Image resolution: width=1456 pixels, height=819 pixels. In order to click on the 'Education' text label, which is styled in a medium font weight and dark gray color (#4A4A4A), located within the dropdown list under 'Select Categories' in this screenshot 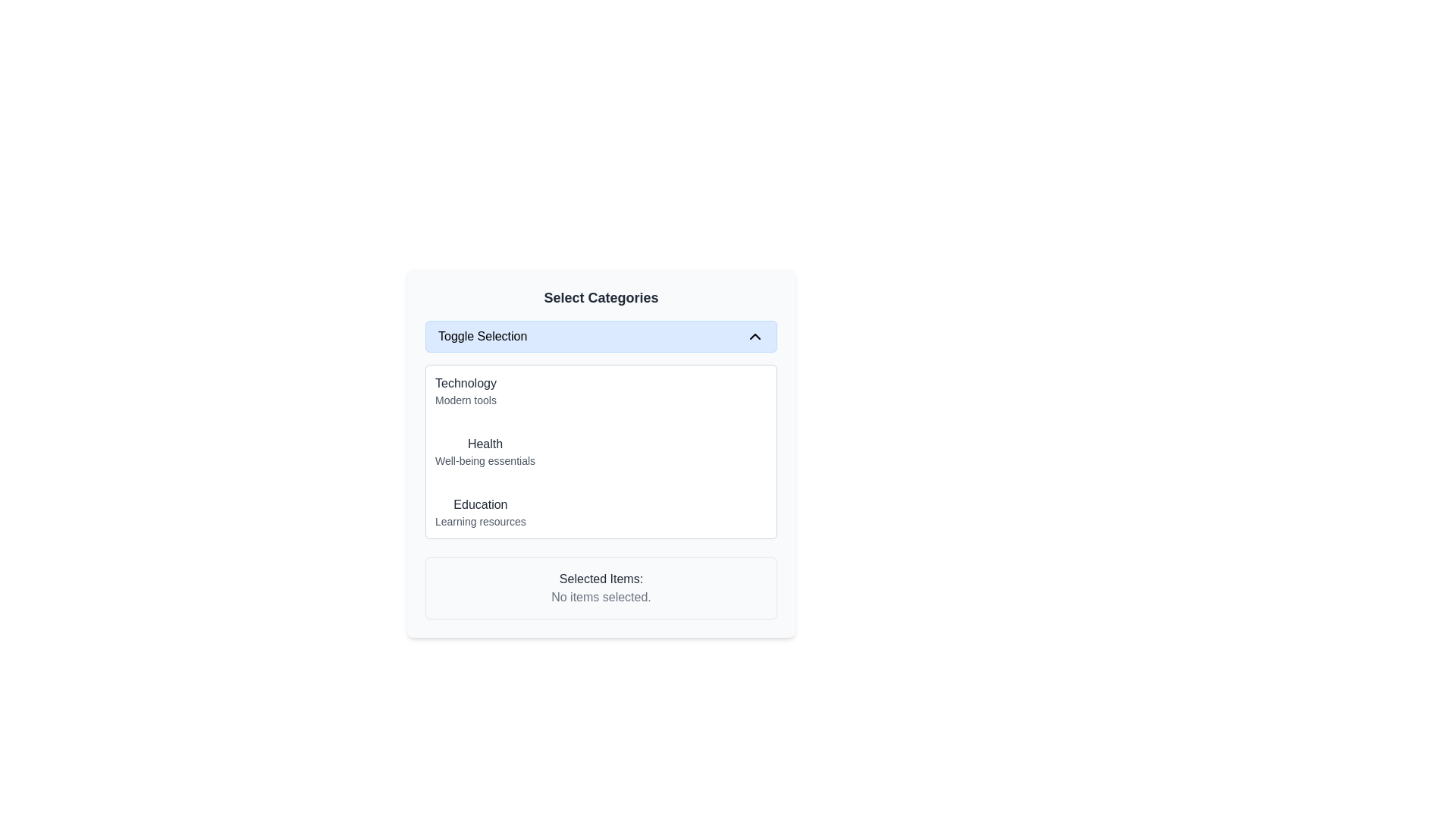, I will do `click(479, 505)`.